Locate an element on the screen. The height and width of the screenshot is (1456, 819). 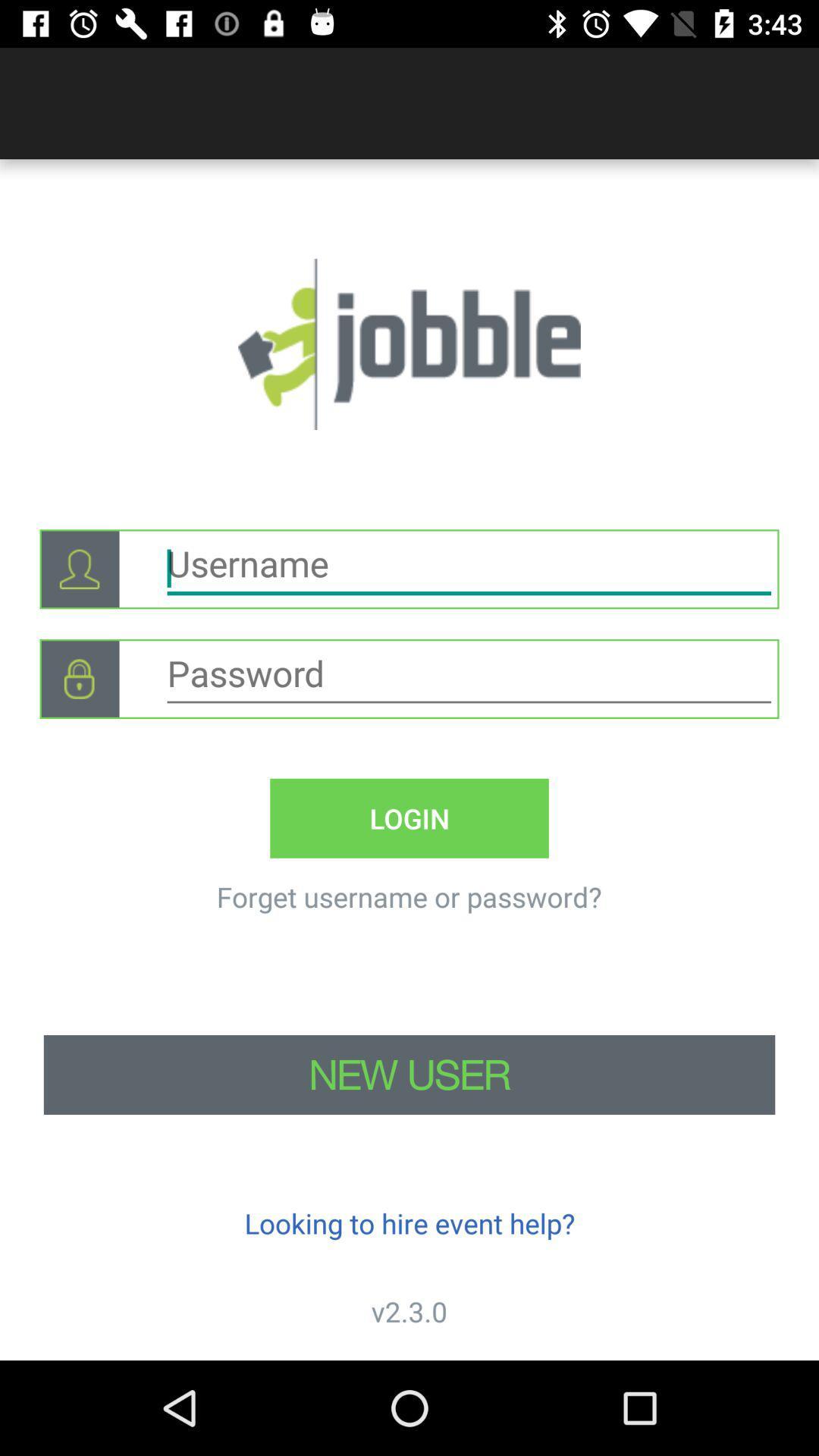
looking to hire icon is located at coordinates (409, 1223).